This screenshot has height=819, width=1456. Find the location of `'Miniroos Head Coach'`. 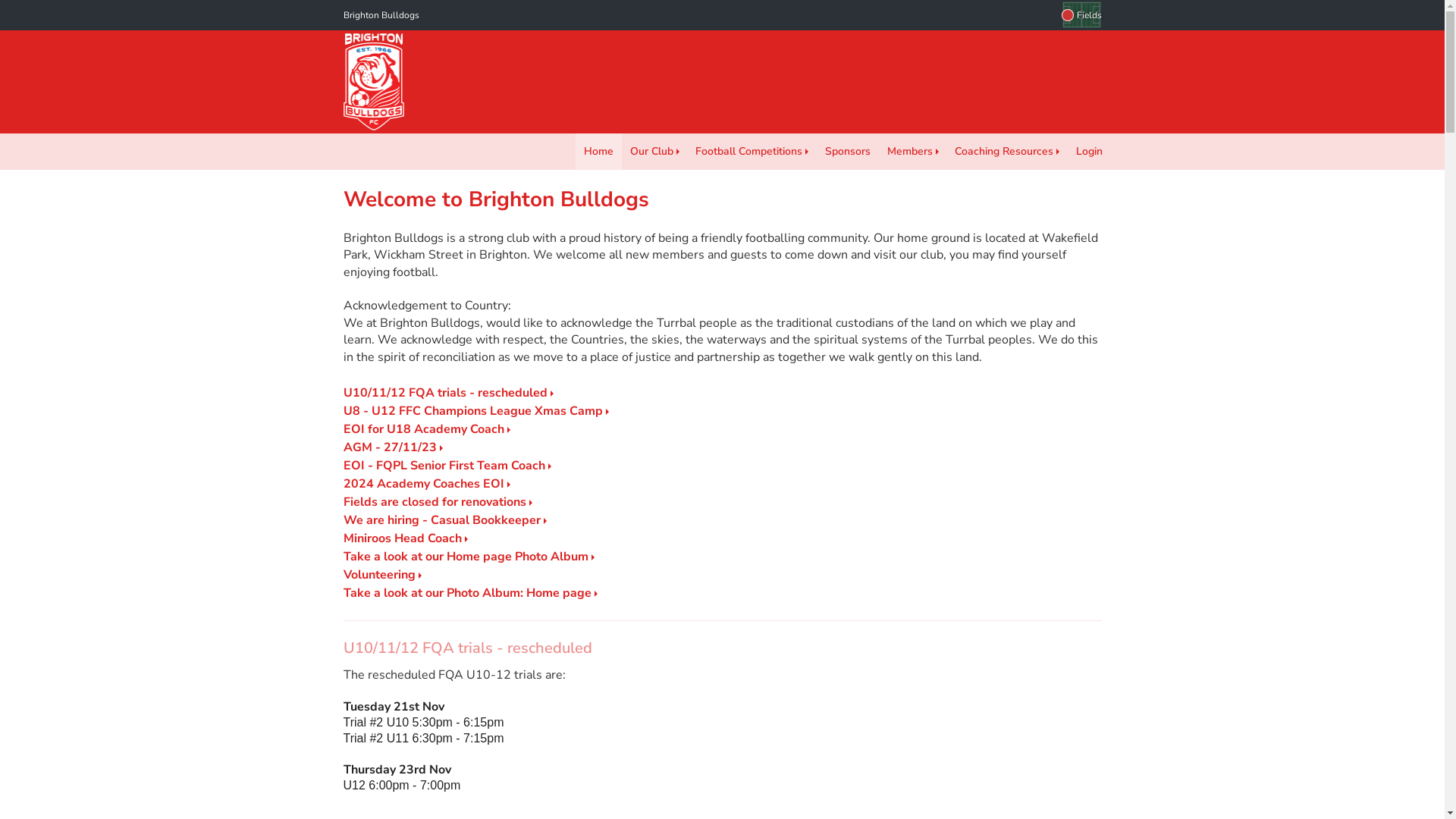

'Miniroos Head Coach' is located at coordinates (404, 537).